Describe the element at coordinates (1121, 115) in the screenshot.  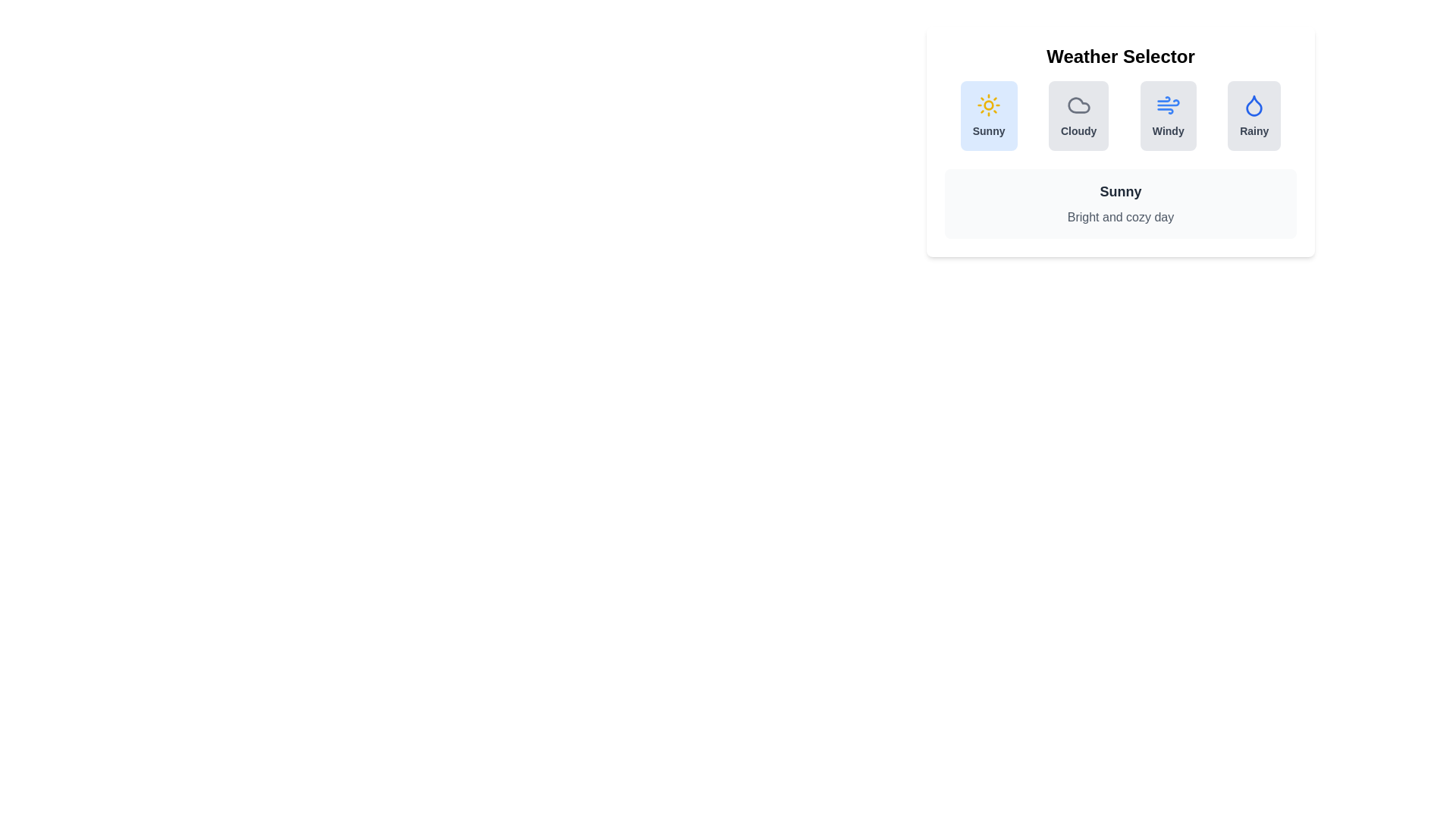
I see `the group of selectable weather condition buttons` at that location.